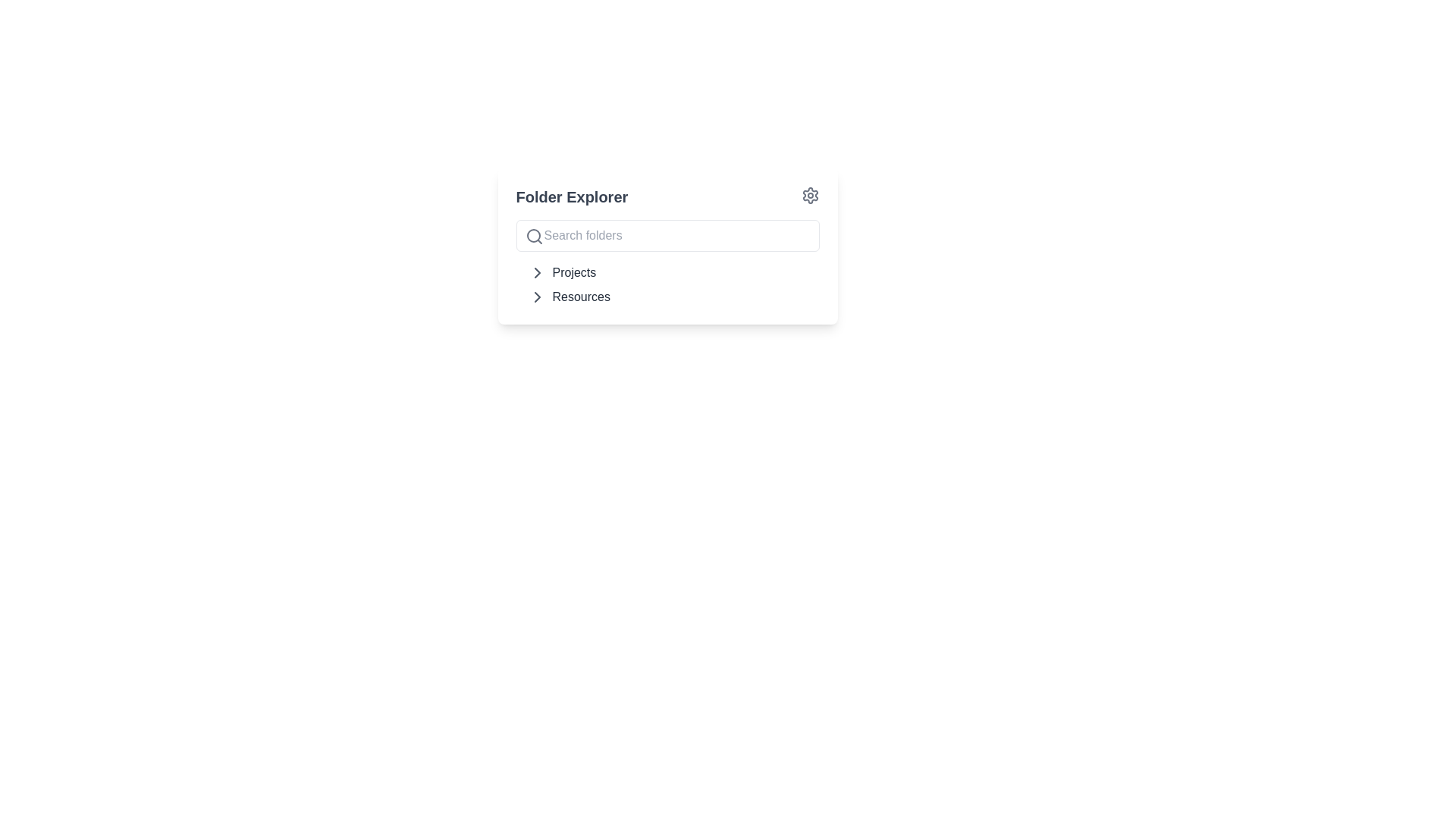 The image size is (1456, 819). What do you see at coordinates (534, 237) in the screenshot?
I see `the magnifying glass icon located at the left side of the 'Search folders' input field in the 'Folder Explorer' component` at bounding box center [534, 237].